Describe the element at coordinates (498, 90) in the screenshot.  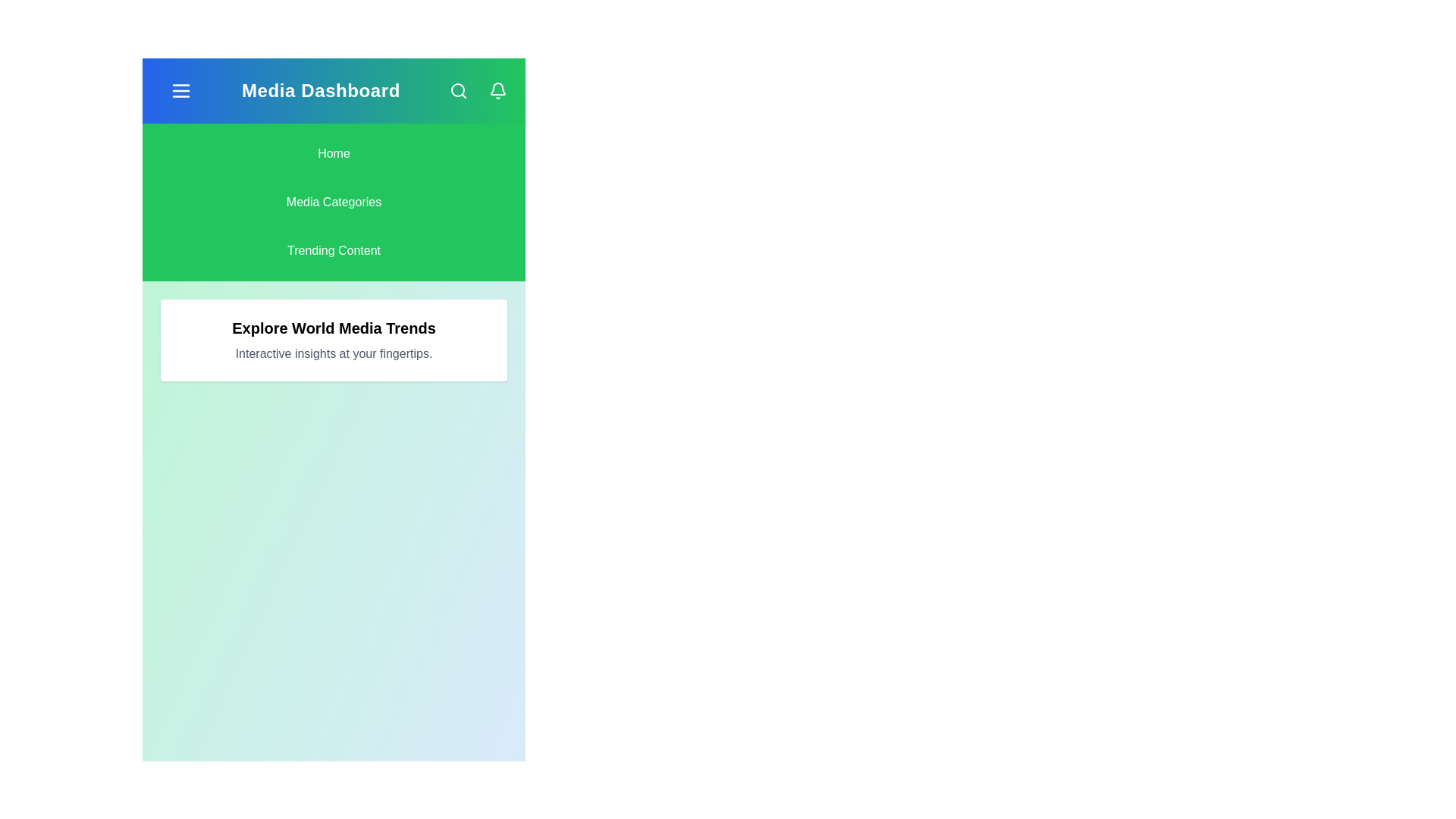
I see `notification bell icon` at that location.